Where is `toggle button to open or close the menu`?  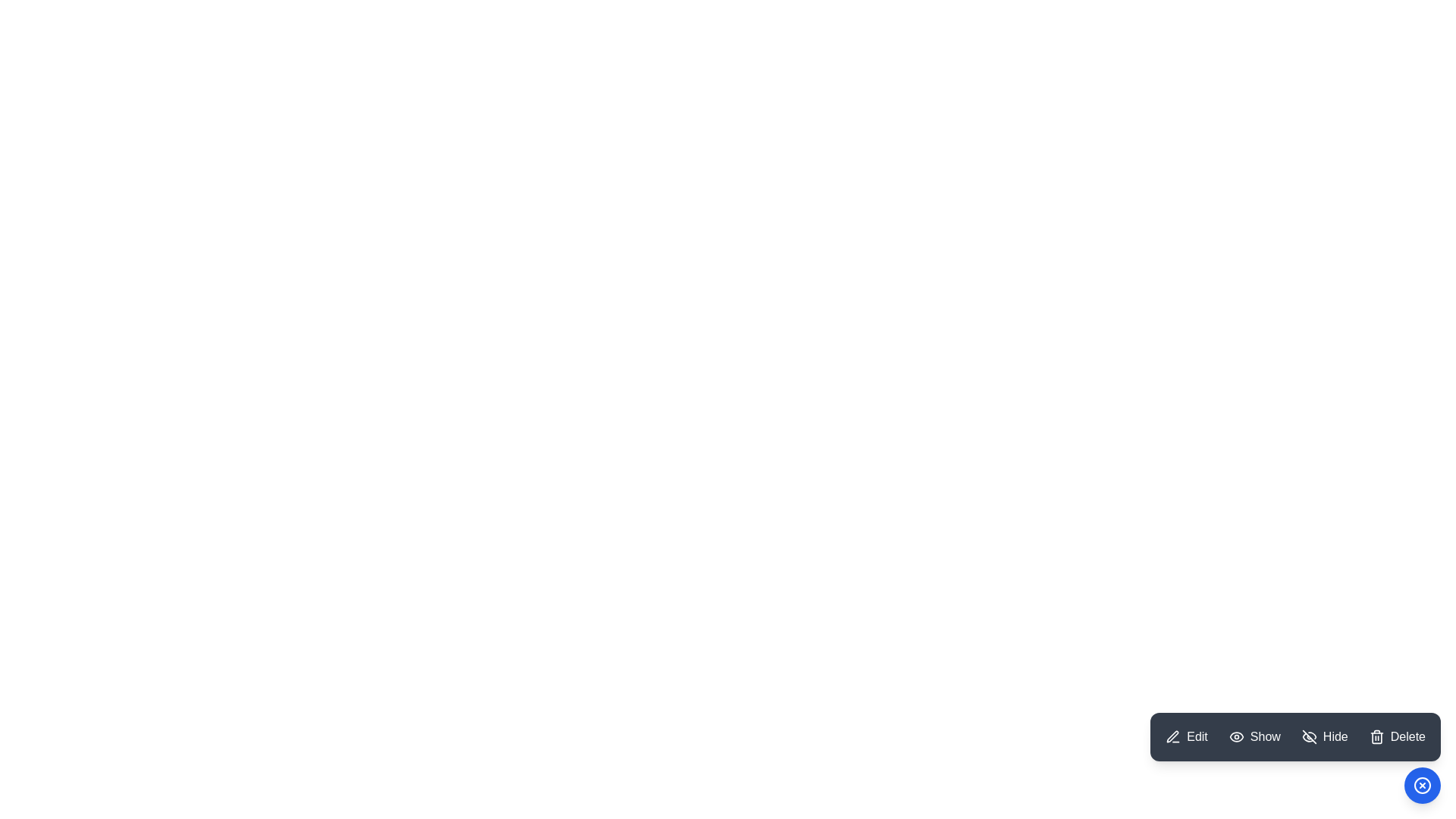 toggle button to open or close the menu is located at coordinates (1422, 785).